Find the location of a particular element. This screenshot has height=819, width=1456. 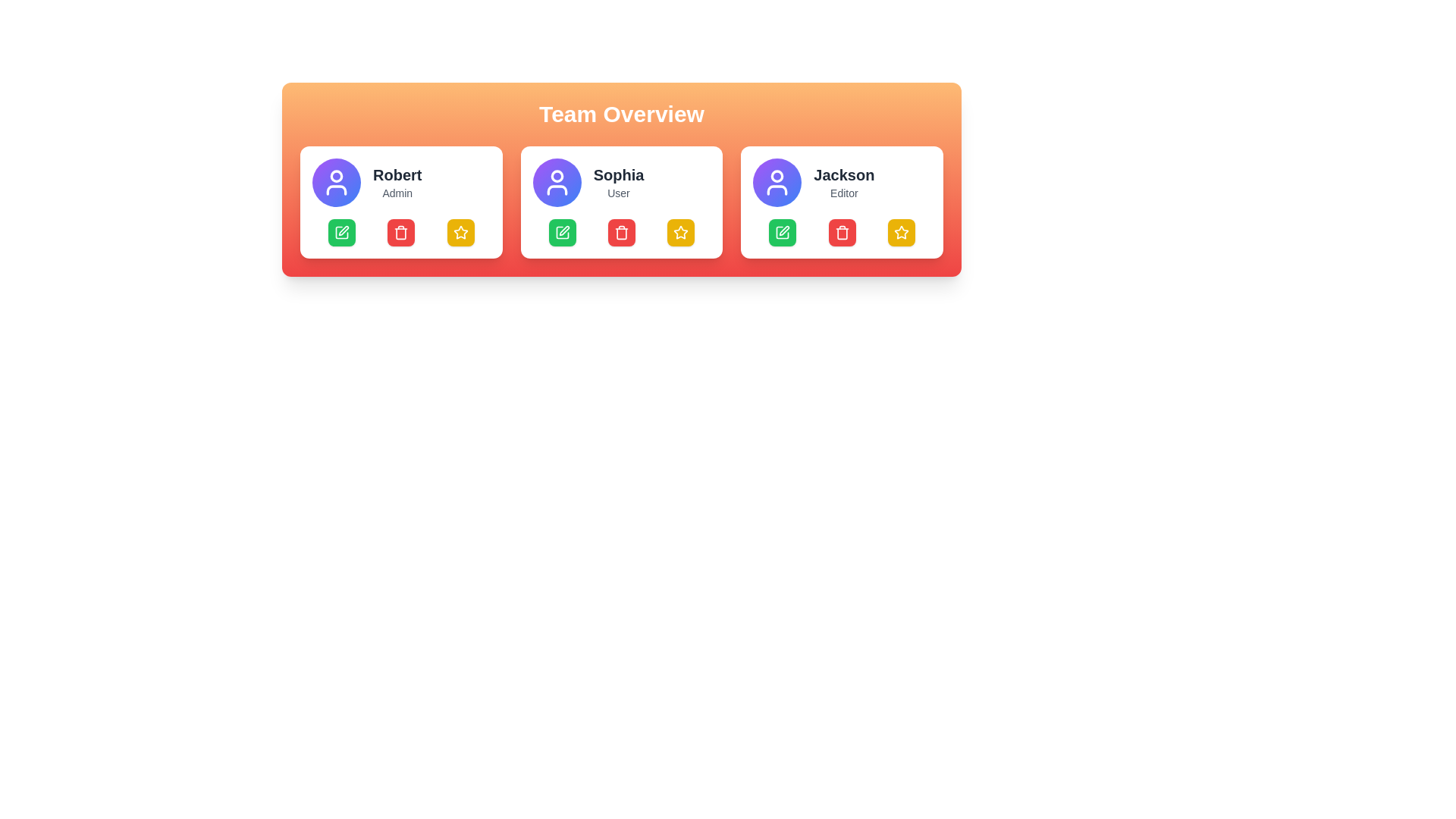

the Edit button located in the lower-left corner of the 'Jackson' card is located at coordinates (783, 233).